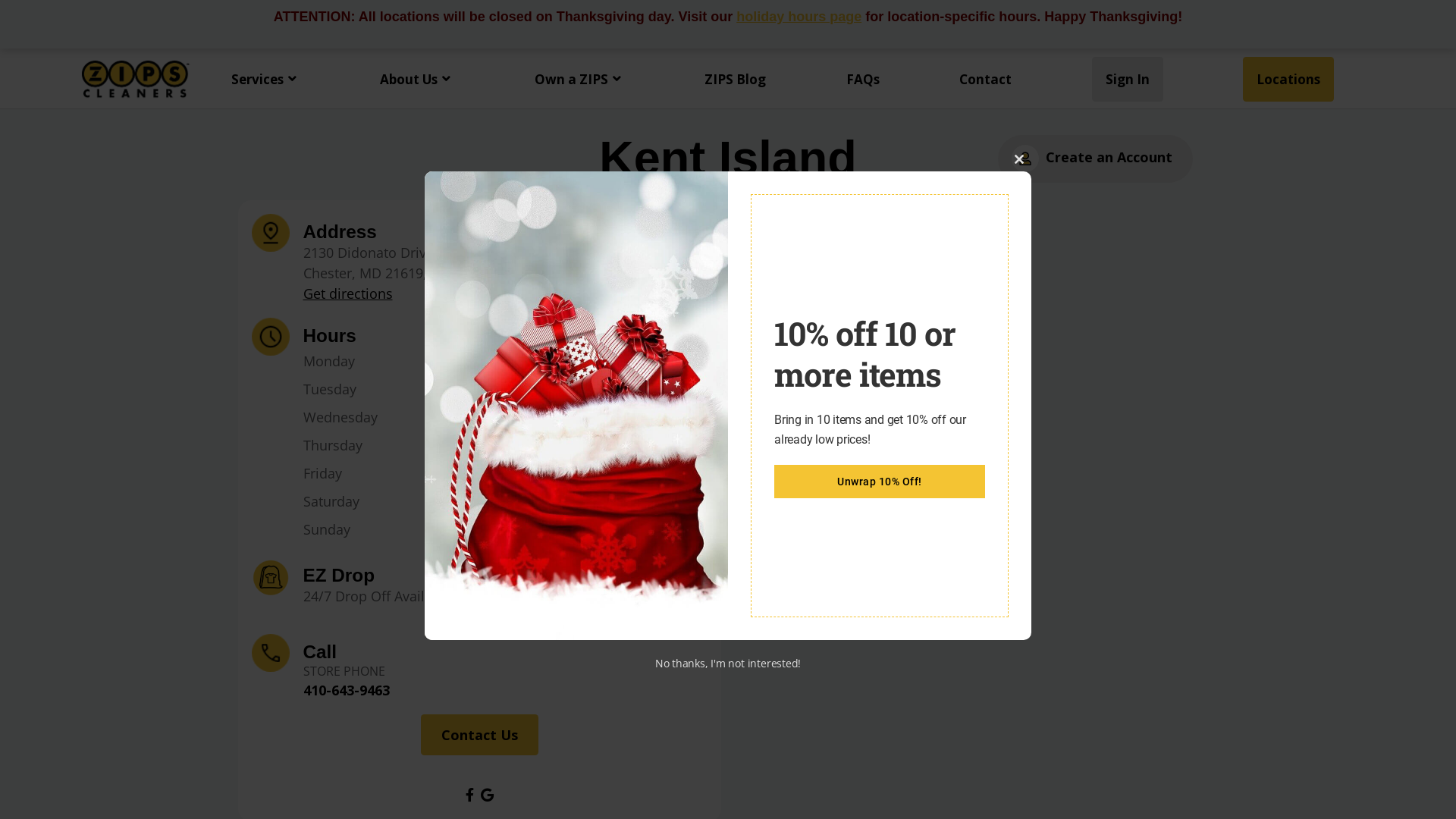 The image size is (1456, 819). What do you see at coordinates (1128, 79) in the screenshot?
I see `'Sign In'` at bounding box center [1128, 79].